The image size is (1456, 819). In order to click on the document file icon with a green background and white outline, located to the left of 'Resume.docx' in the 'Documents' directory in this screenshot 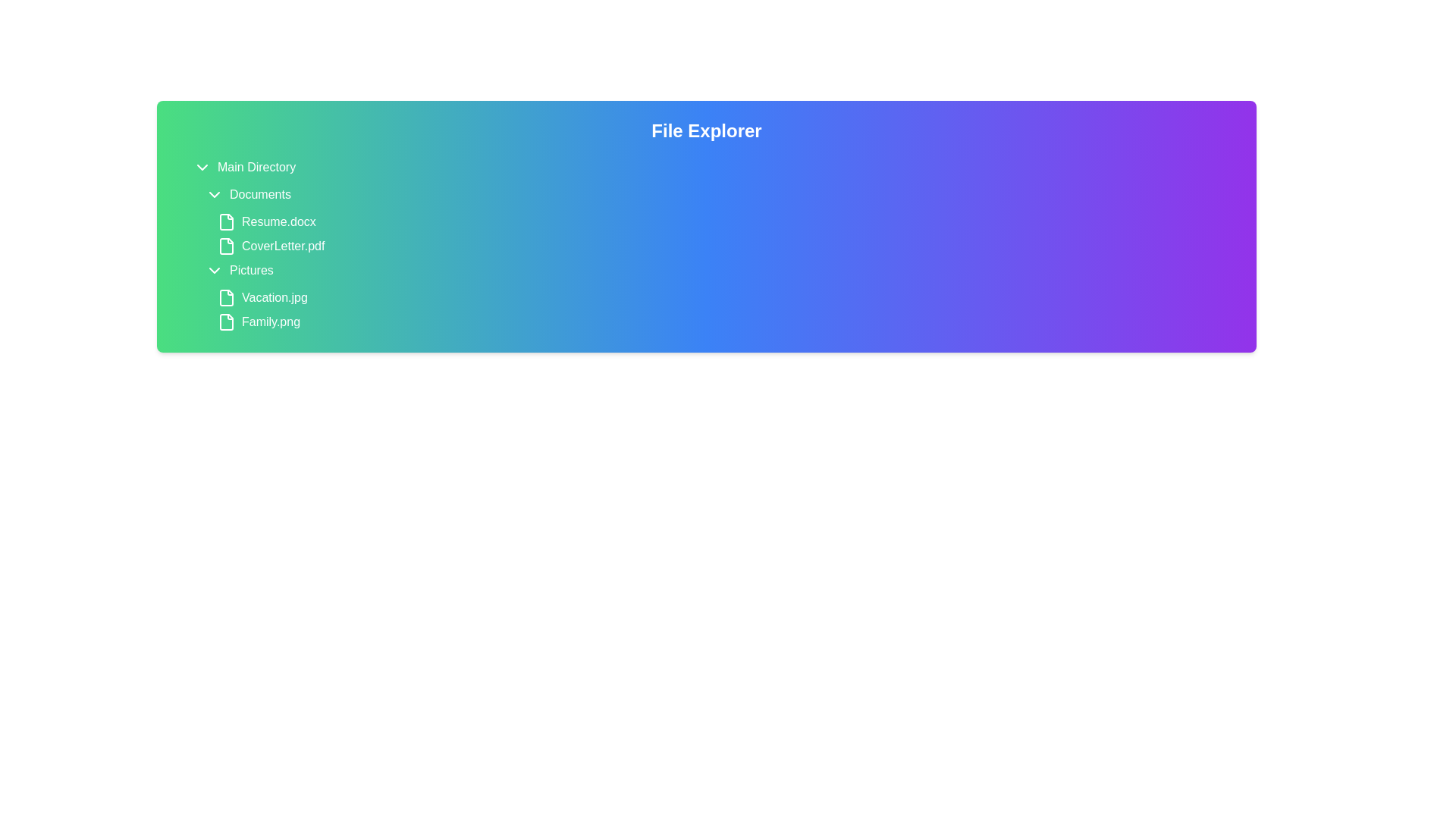, I will do `click(225, 222)`.